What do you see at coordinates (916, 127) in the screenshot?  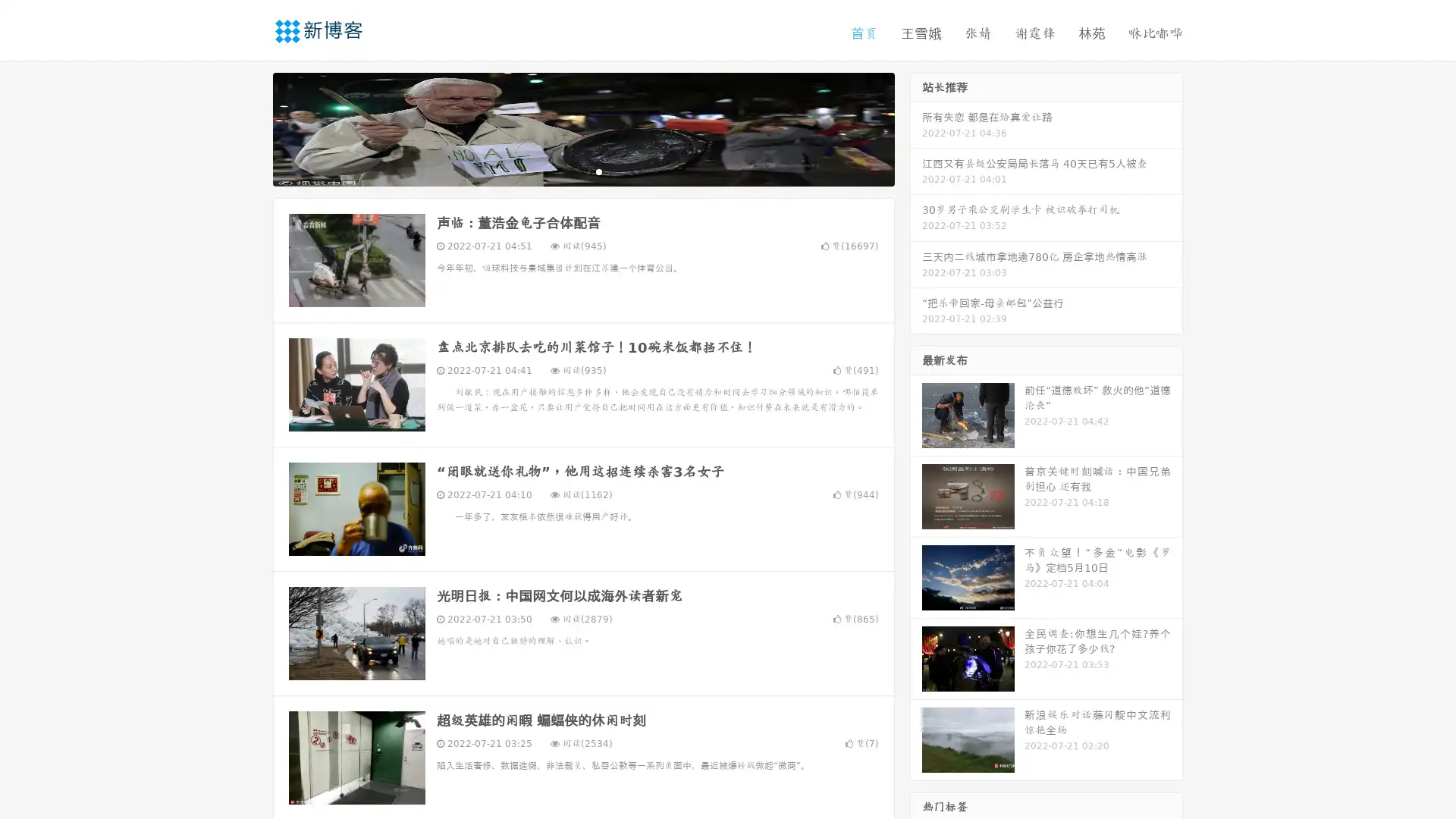 I see `Next slide` at bounding box center [916, 127].